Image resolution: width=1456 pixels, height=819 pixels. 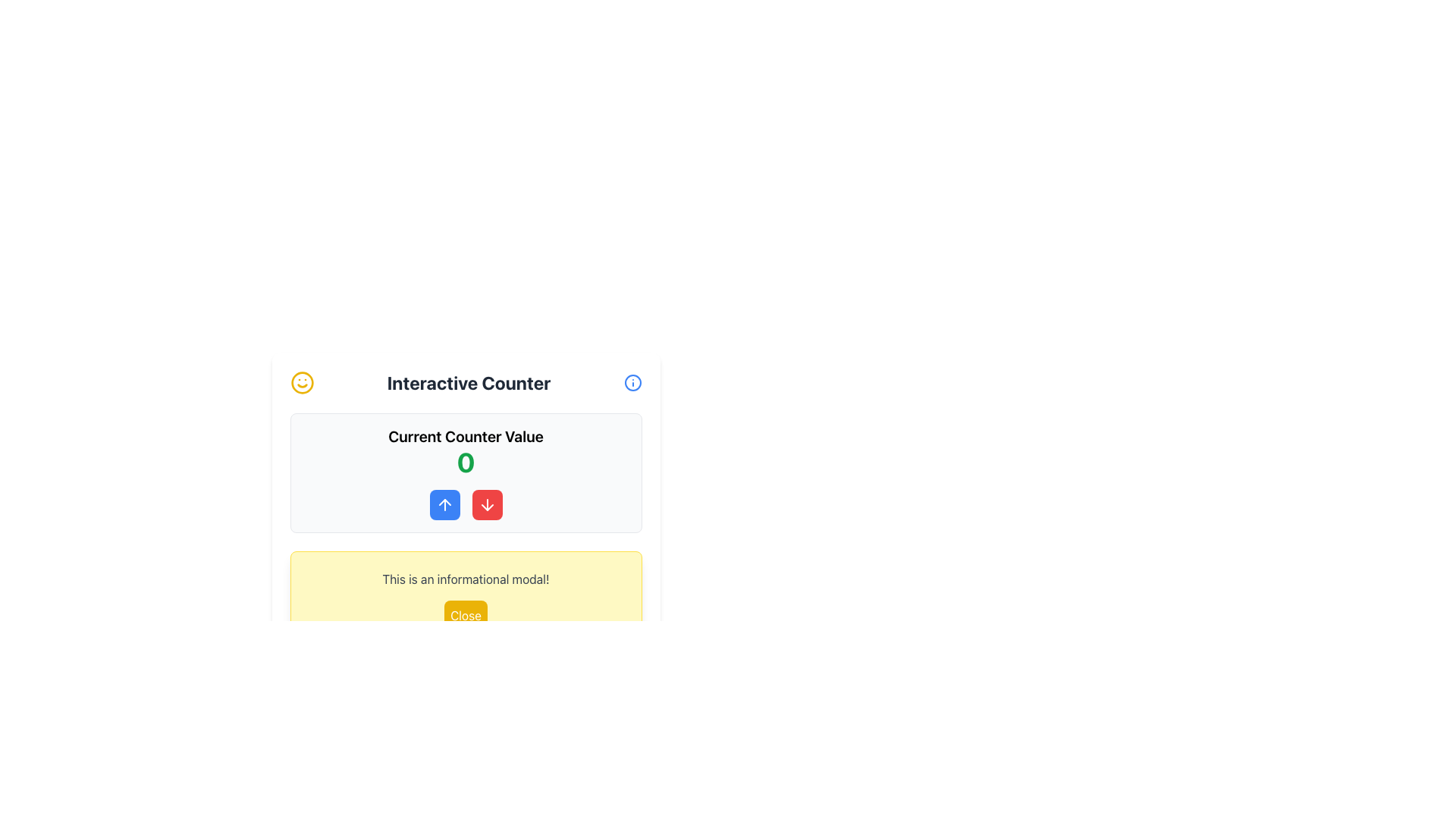 What do you see at coordinates (465, 461) in the screenshot?
I see `the bold green numeral '0' text label, which is located within a white box, positioned below the 'Current Counter Value' text and above two buttons in the 'Interactive Counter' section` at bounding box center [465, 461].